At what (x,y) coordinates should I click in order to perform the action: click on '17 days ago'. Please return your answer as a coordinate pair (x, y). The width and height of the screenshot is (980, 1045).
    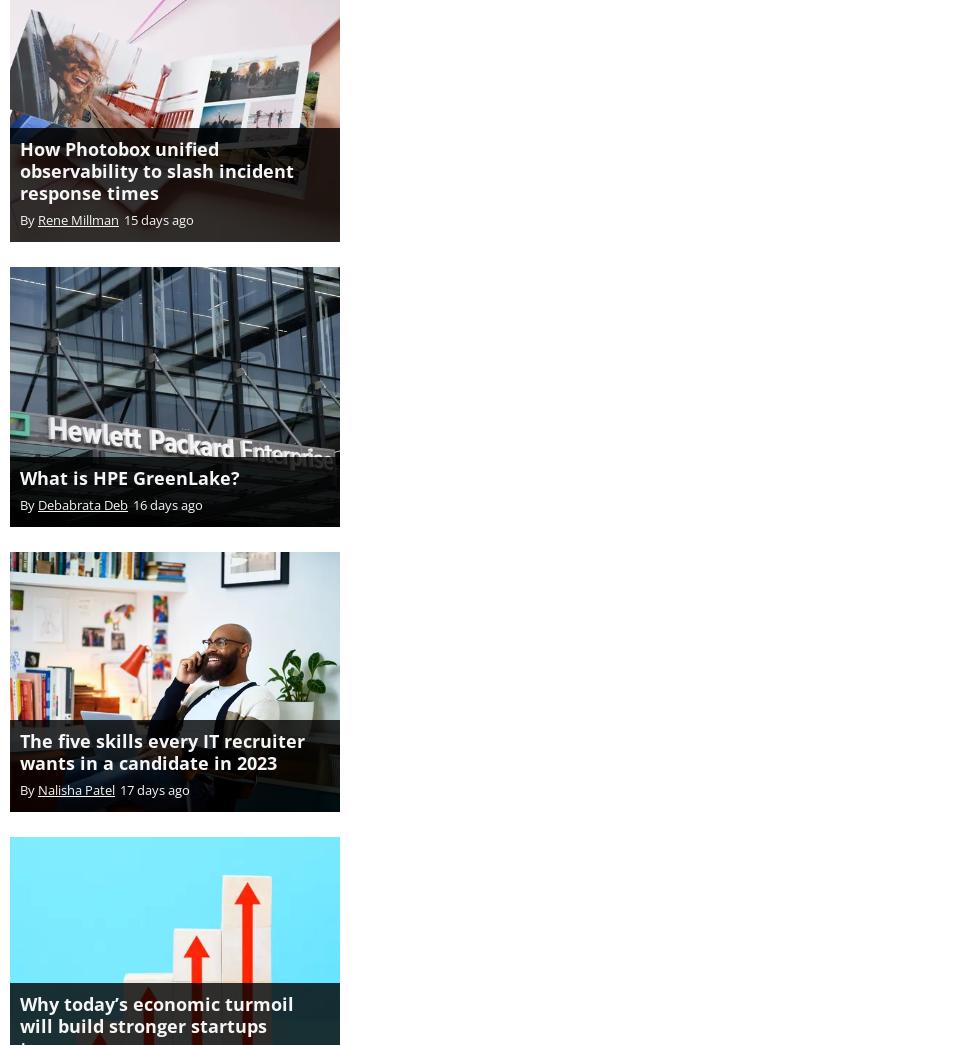
    Looking at the image, I should click on (155, 769).